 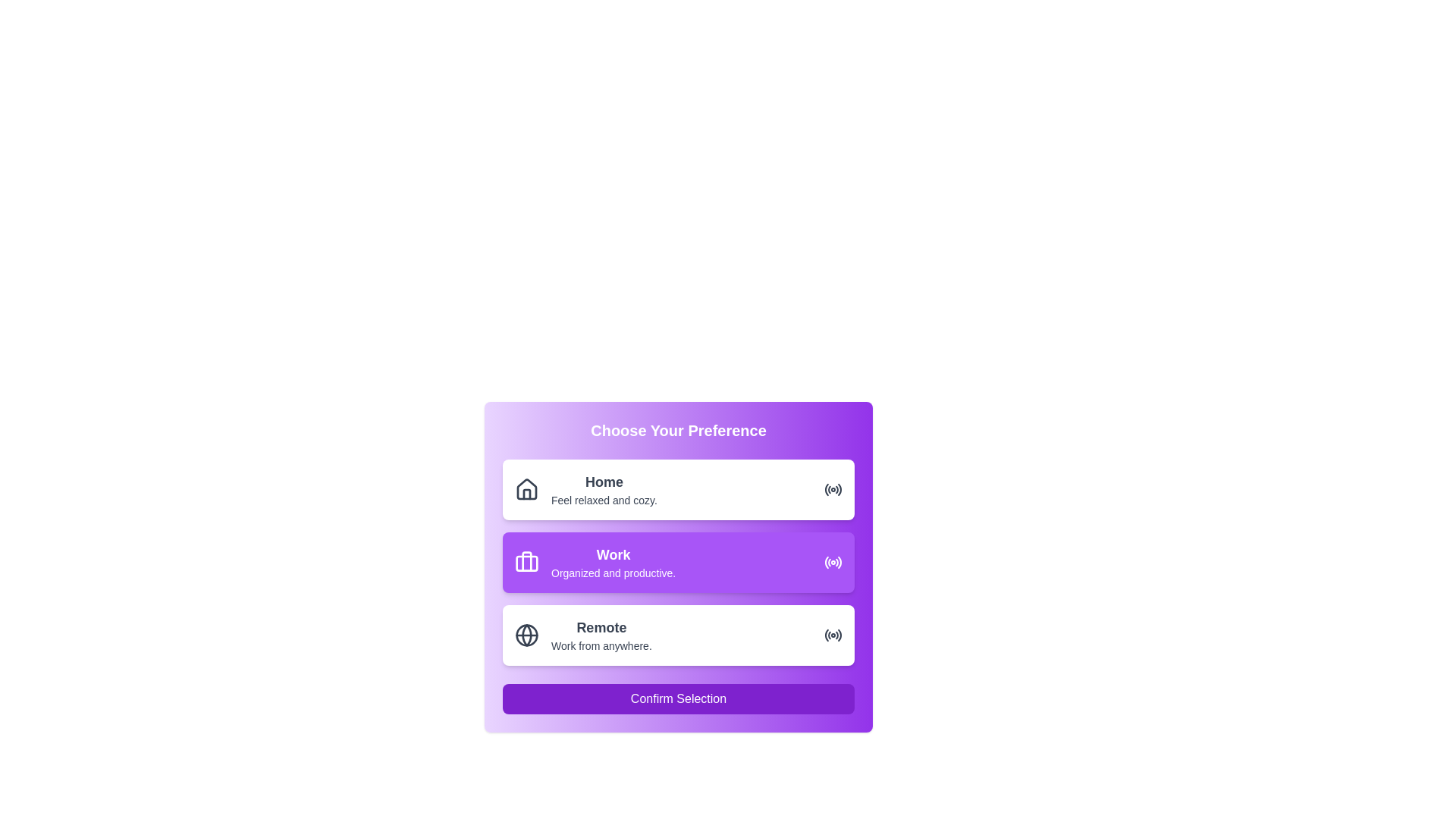 What do you see at coordinates (603, 489) in the screenshot?
I see `the 'Home' text element that features a bold header and a smaller subtitle, located in the top section of a vertically stacked list of options` at bounding box center [603, 489].